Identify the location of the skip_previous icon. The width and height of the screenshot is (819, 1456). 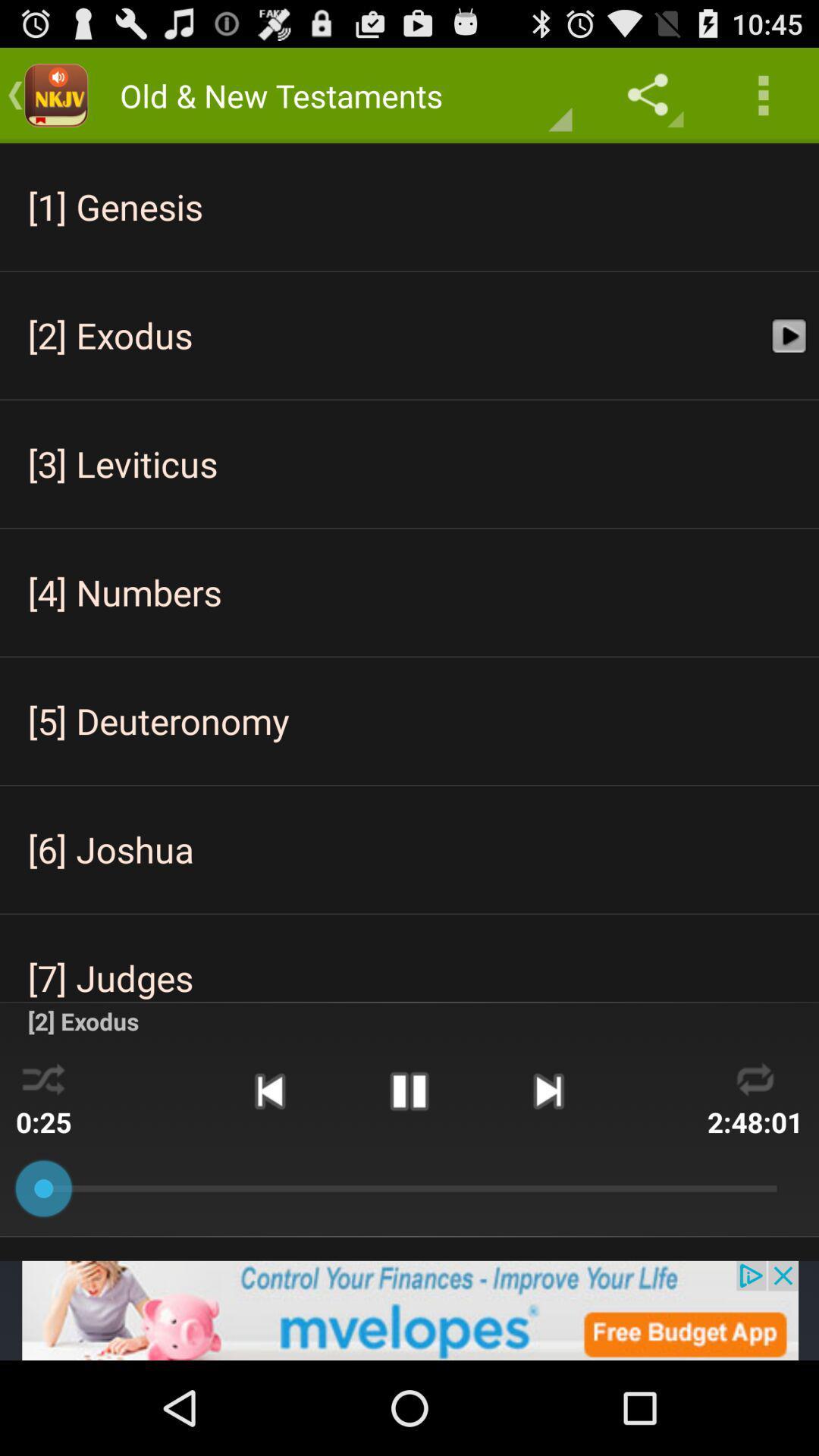
(268, 1166).